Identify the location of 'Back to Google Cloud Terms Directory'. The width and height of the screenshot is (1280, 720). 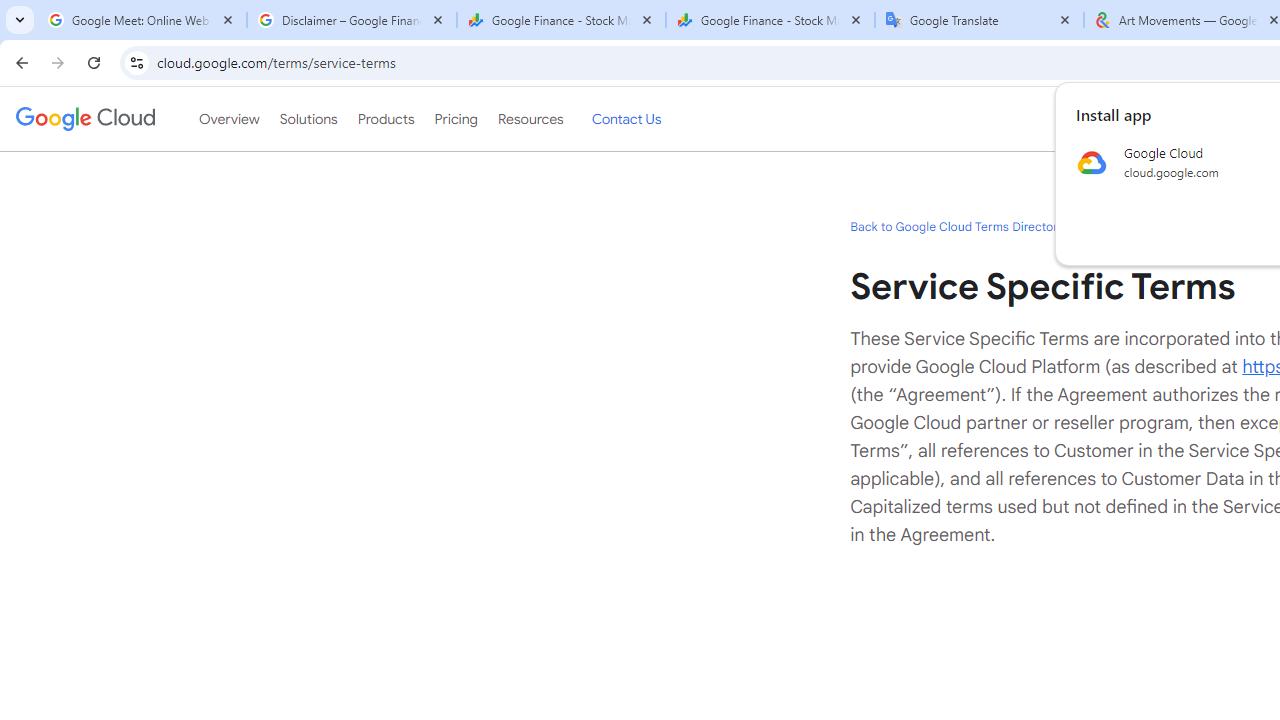
(956, 225).